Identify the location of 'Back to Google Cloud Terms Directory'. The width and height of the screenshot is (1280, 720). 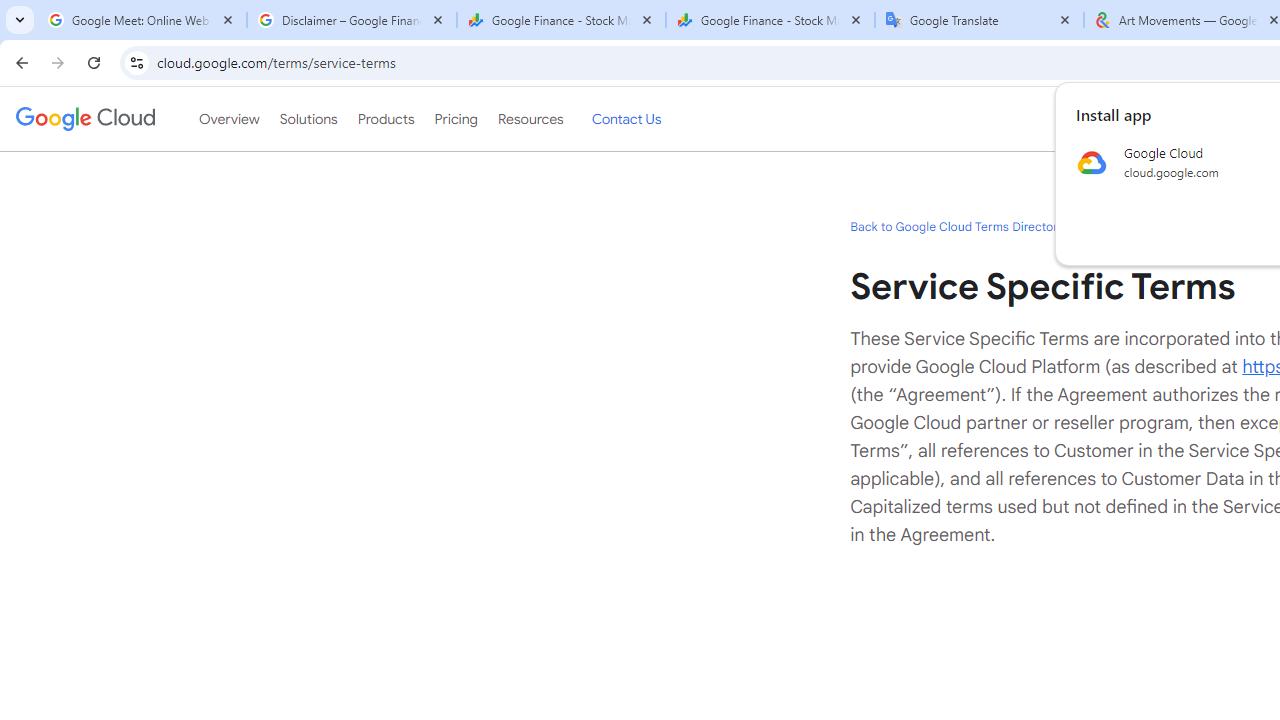
(956, 225).